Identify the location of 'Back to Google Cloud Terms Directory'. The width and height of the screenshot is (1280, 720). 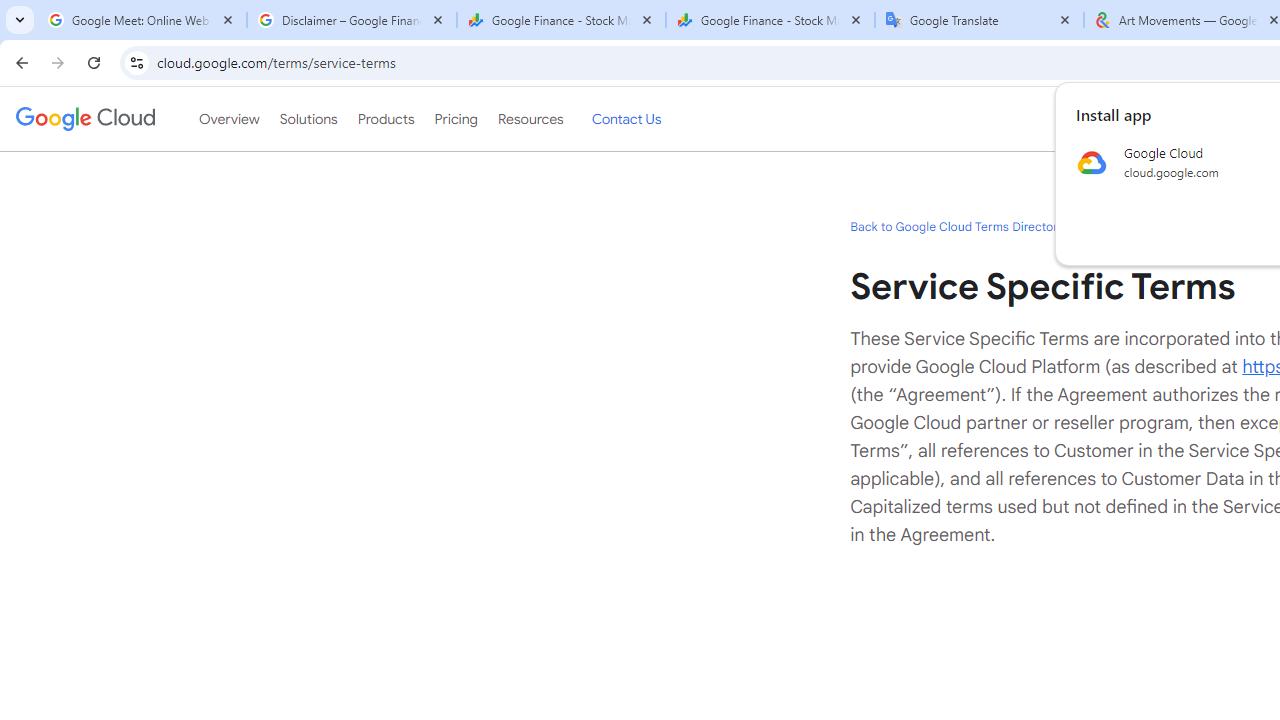
(956, 225).